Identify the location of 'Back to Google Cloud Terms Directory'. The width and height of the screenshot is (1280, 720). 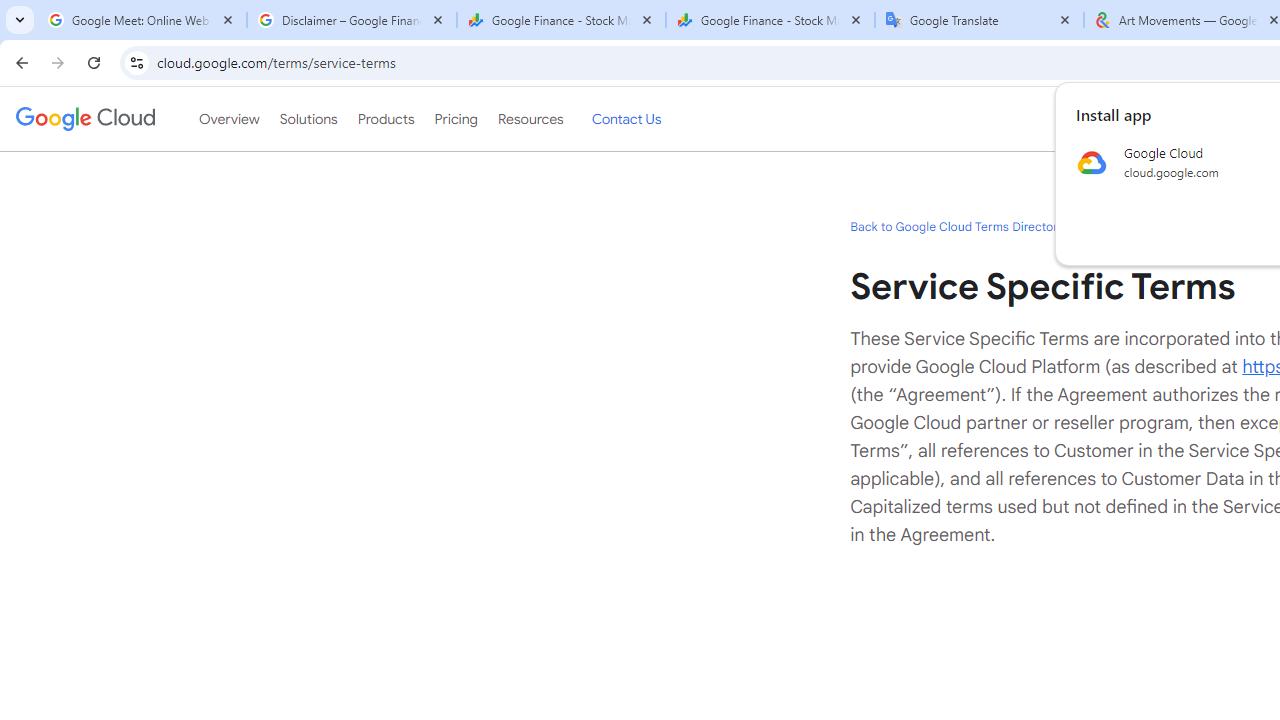
(956, 225).